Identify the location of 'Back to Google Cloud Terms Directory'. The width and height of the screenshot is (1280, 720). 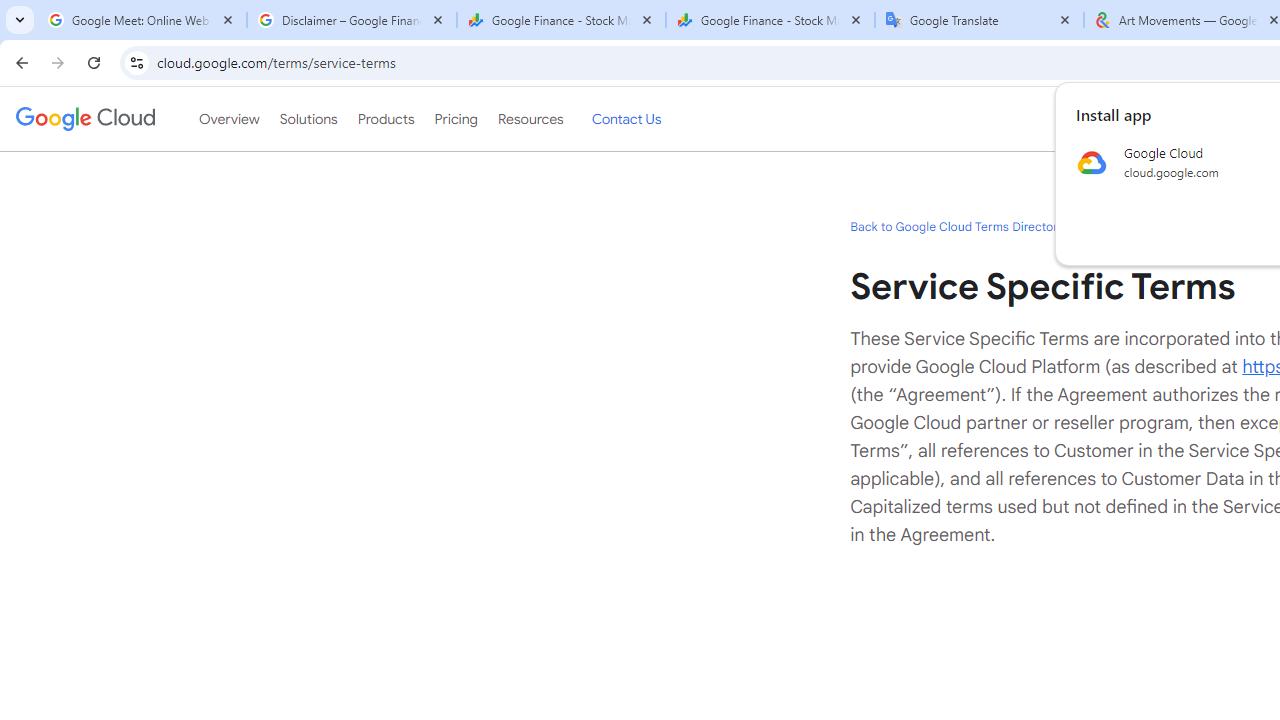
(956, 225).